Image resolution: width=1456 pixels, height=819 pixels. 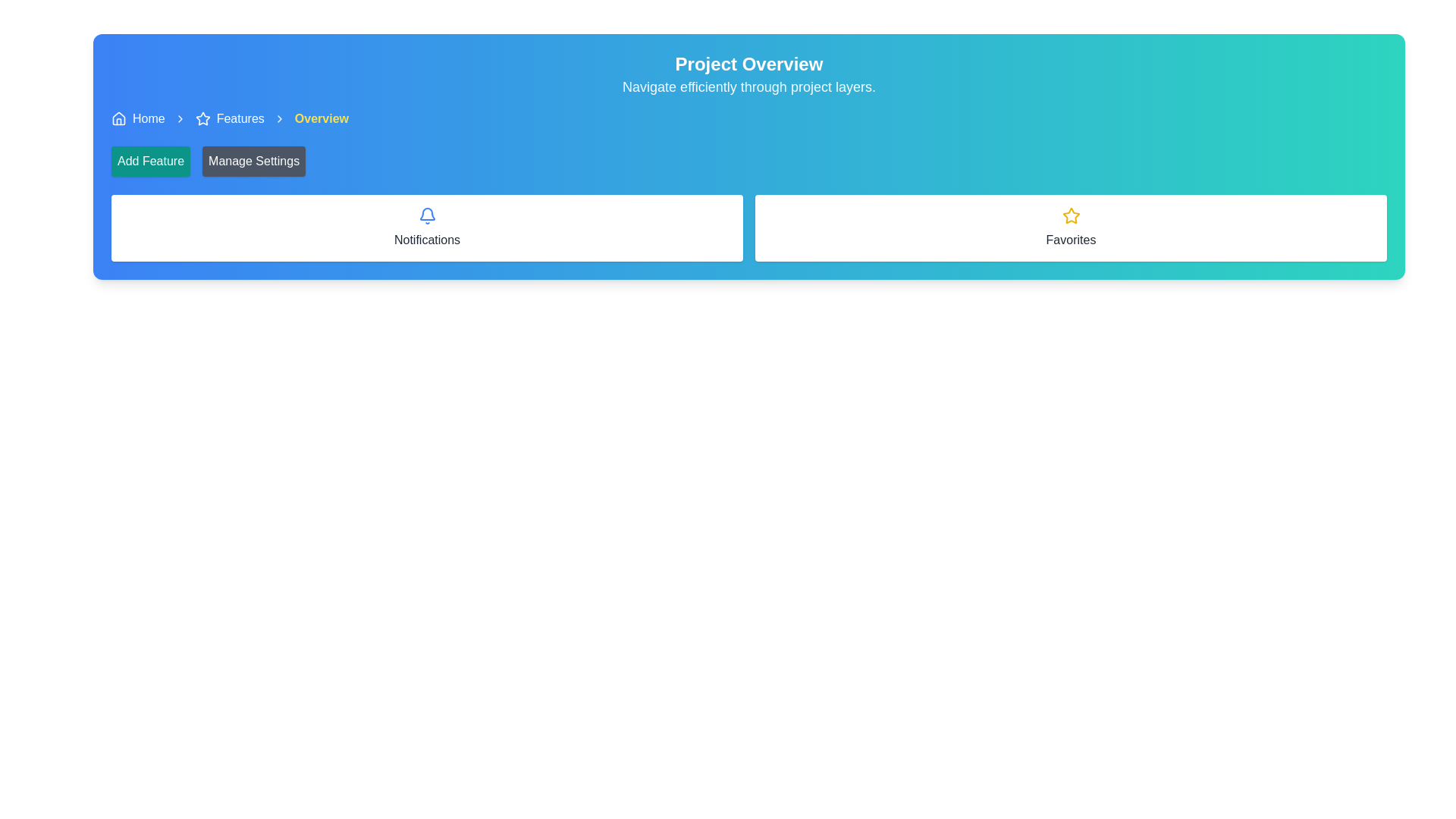 What do you see at coordinates (118, 118) in the screenshot?
I see `the house-shaped icon in the top-left corner of the interface, located in the breadcrumb navigation bar` at bounding box center [118, 118].